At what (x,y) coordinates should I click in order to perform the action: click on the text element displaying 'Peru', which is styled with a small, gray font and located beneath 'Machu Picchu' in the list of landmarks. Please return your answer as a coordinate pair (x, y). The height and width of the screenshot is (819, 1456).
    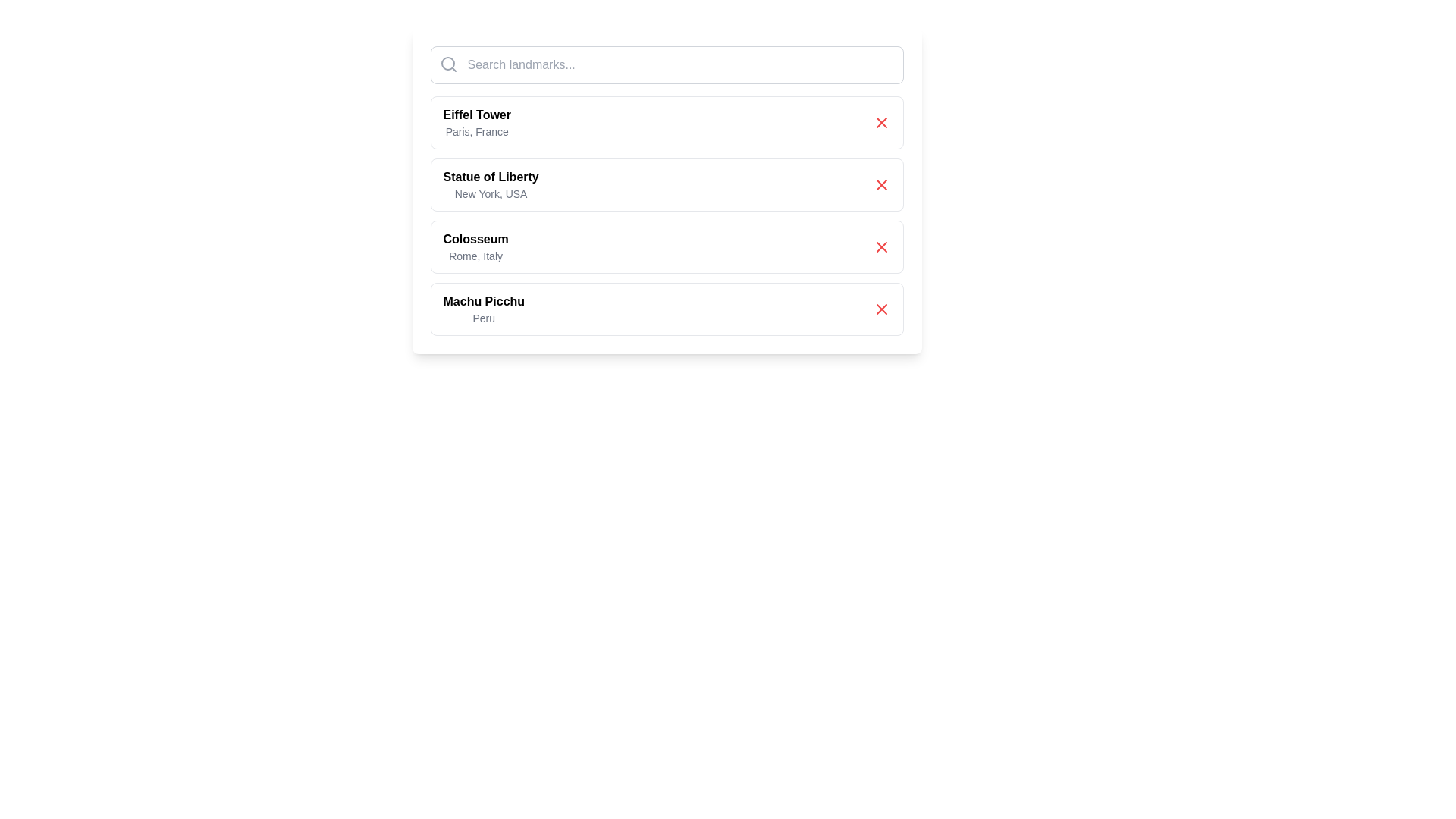
    Looking at the image, I should click on (483, 318).